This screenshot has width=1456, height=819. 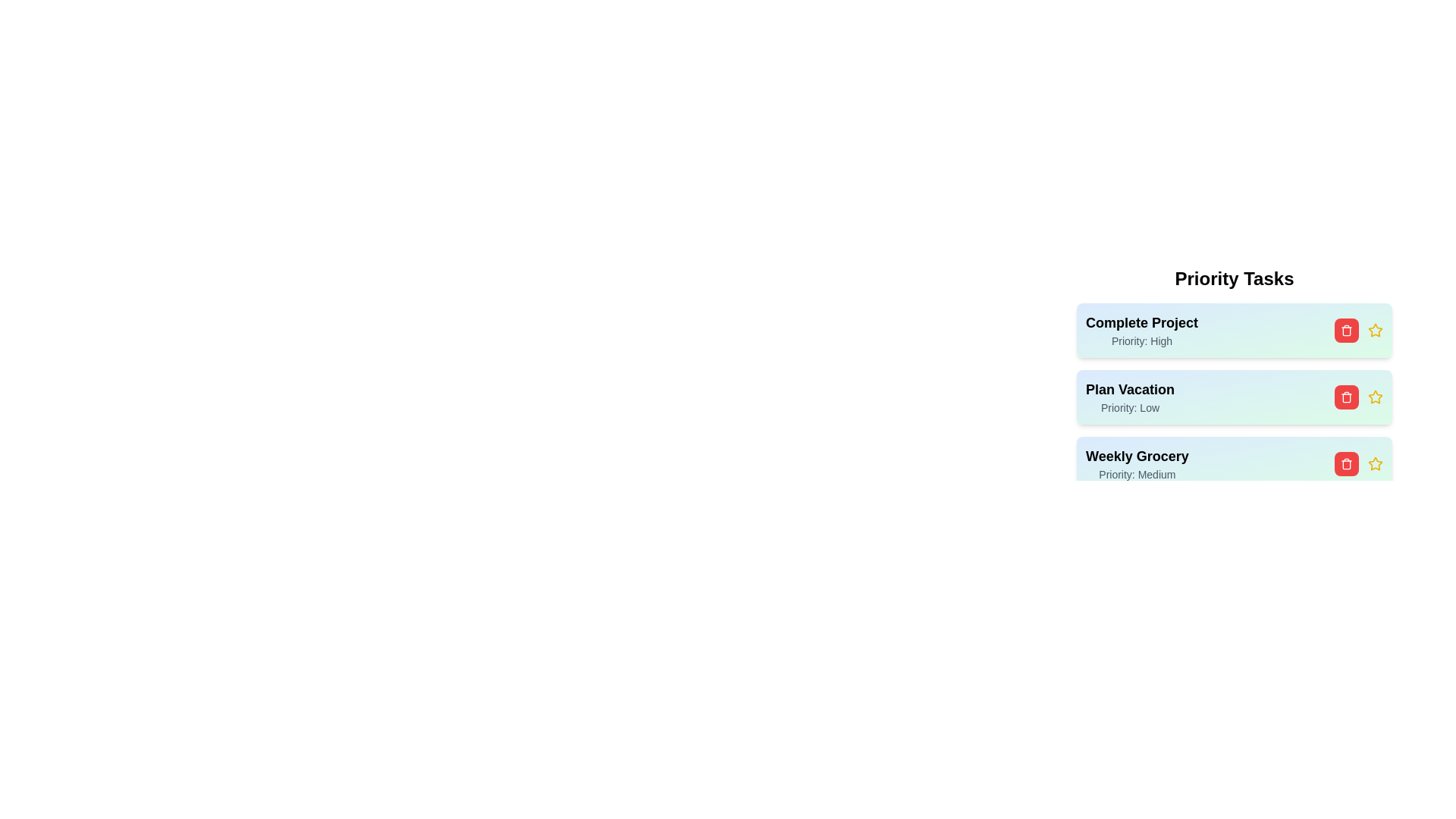 I want to click on delete button for the task titled 'Weekly Grocery', so click(x=1347, y=463).